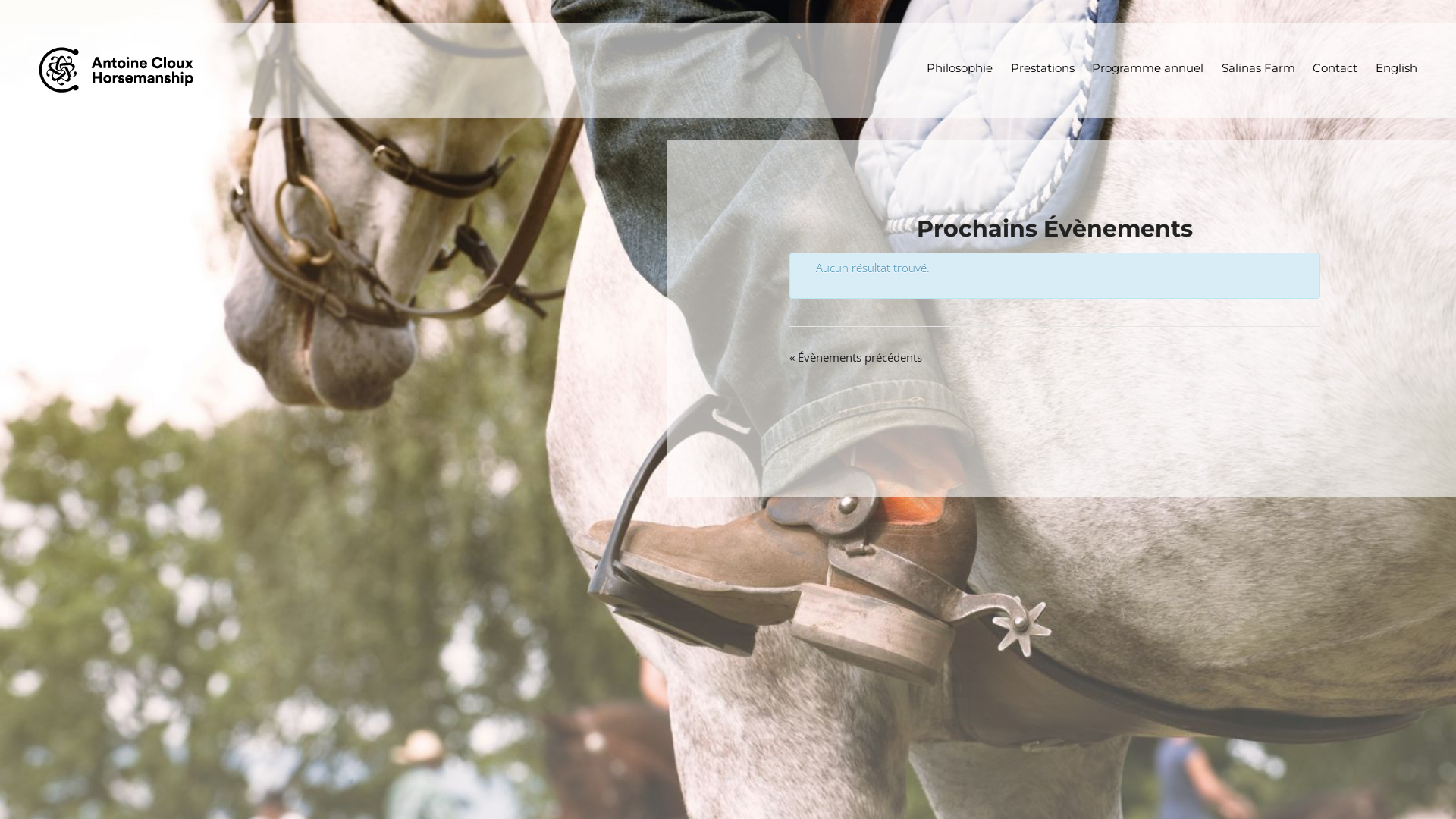  What do you see at coordinates (1042, 68) in the screenshot?
I see `'Prestations'` at bounding box center [1042, 68].